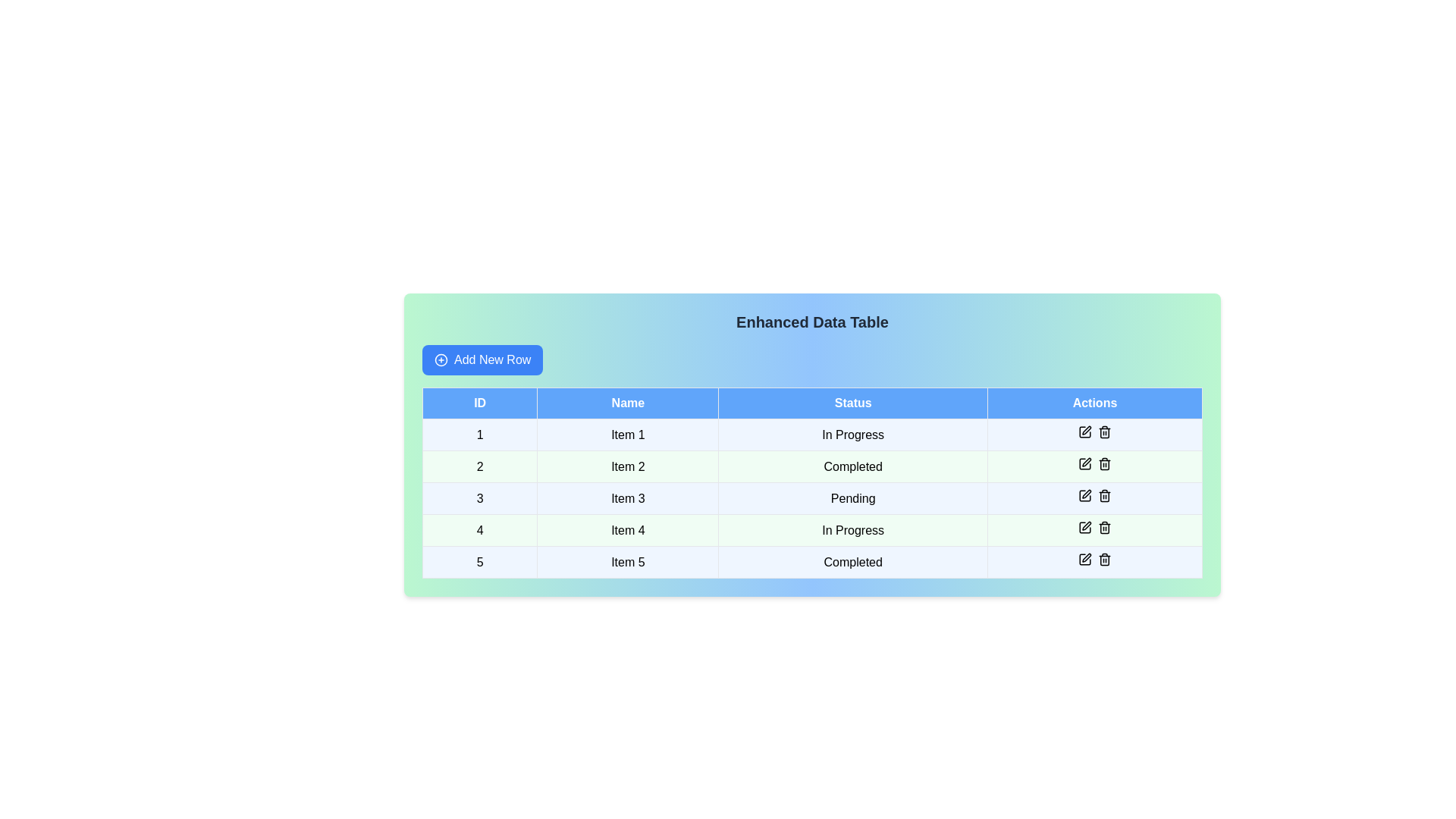  I want to click on the 'Edit' icon button, represented by a pen symbol, located in the last row of the data table within the 'Actions' column to initiate an edit action, so click(1086, 557).